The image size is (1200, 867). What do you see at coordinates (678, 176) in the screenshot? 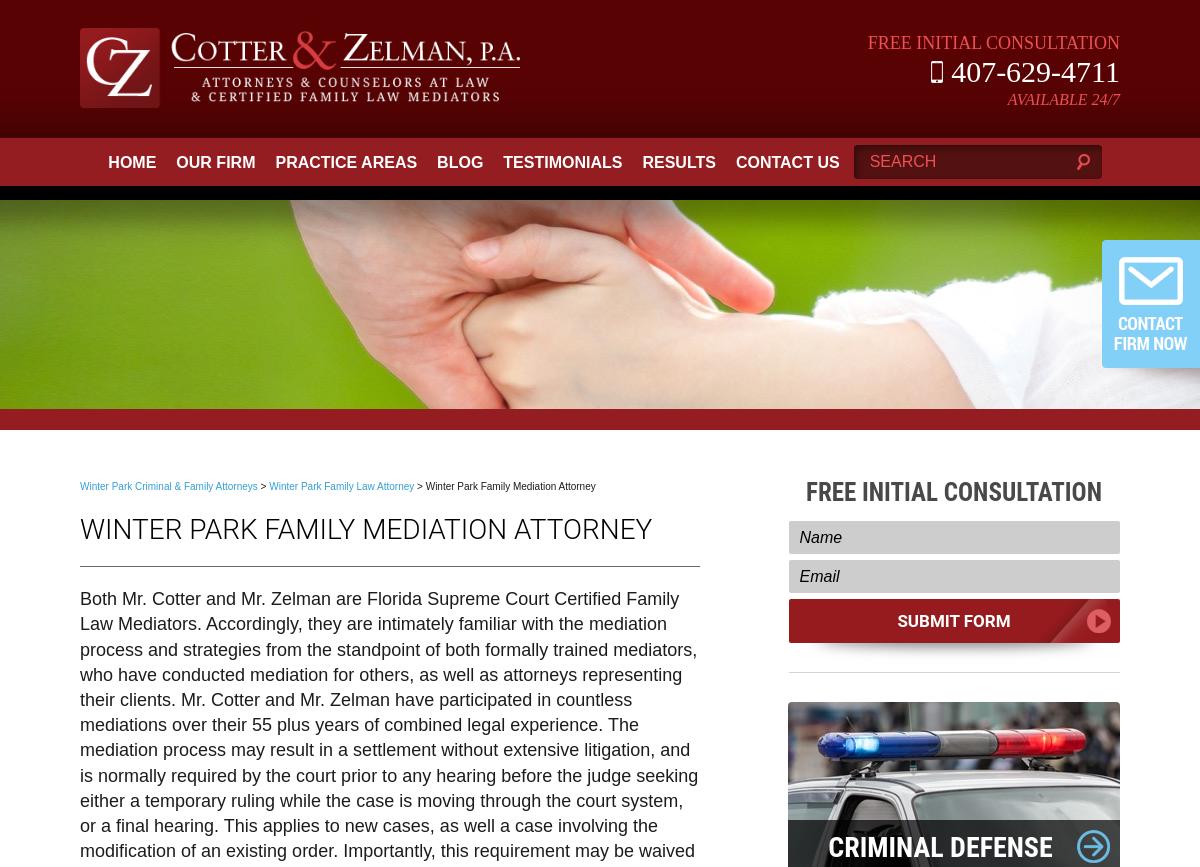
I see `'Results'` at bounding box center [678, 176].